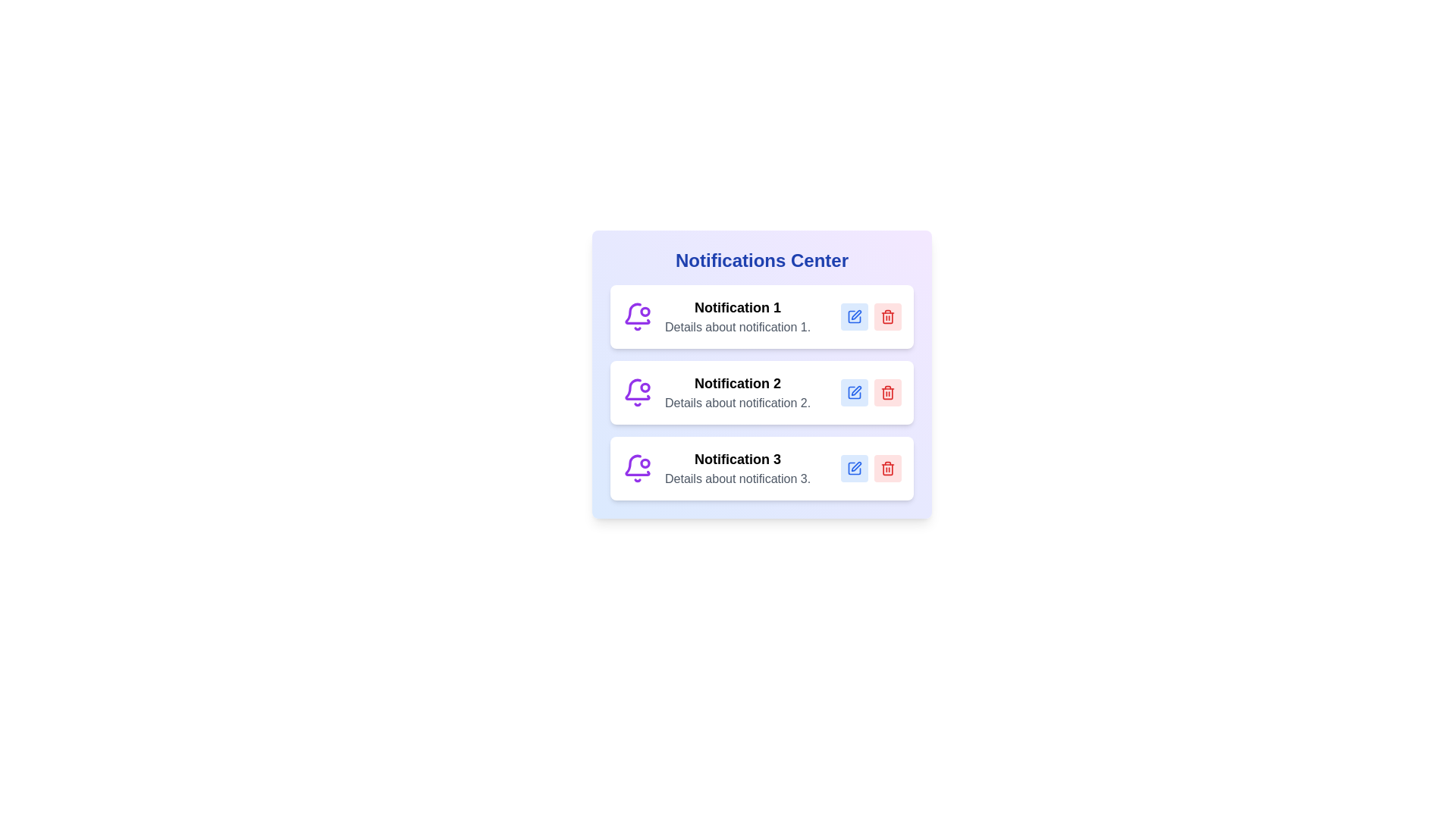 Image resolution: width=1456 pixels, height=819 pixels. I want to click on the light blue pen icon located in the second notification card from the top, positioned to the right of the card content and next to the red trash icon, so click(856, 390).